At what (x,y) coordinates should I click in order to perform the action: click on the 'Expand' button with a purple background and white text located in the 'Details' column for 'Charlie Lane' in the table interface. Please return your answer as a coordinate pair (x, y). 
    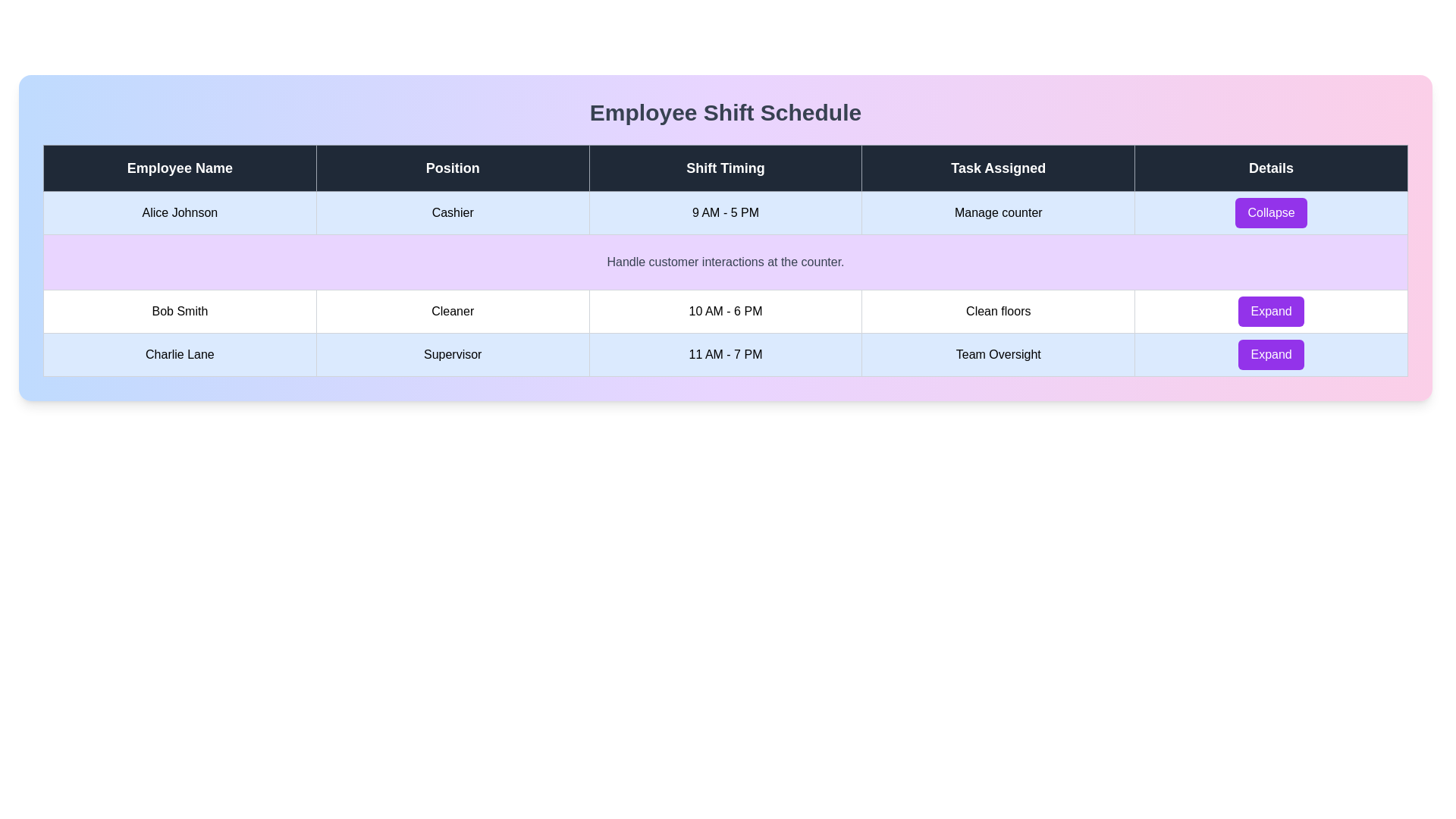
    Looking at the image, I should click on (1271, 354).